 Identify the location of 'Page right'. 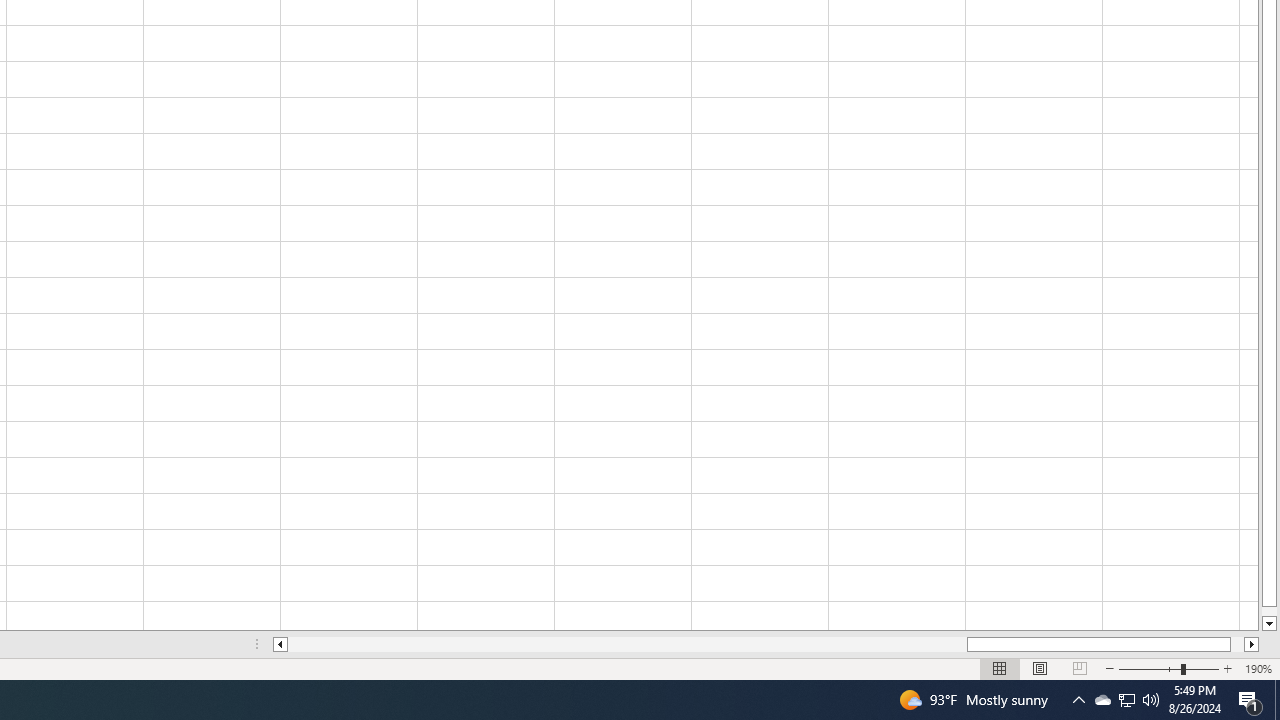
(1236, 644).